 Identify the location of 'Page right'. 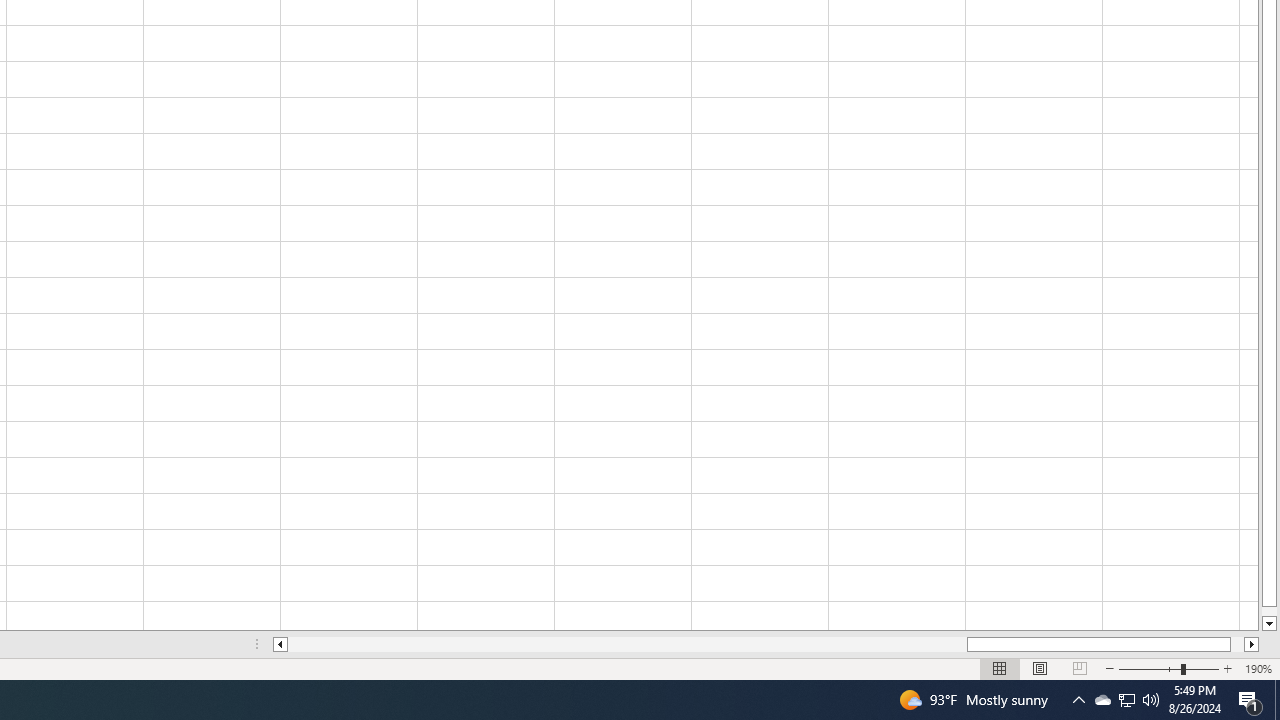
(1236, 644).